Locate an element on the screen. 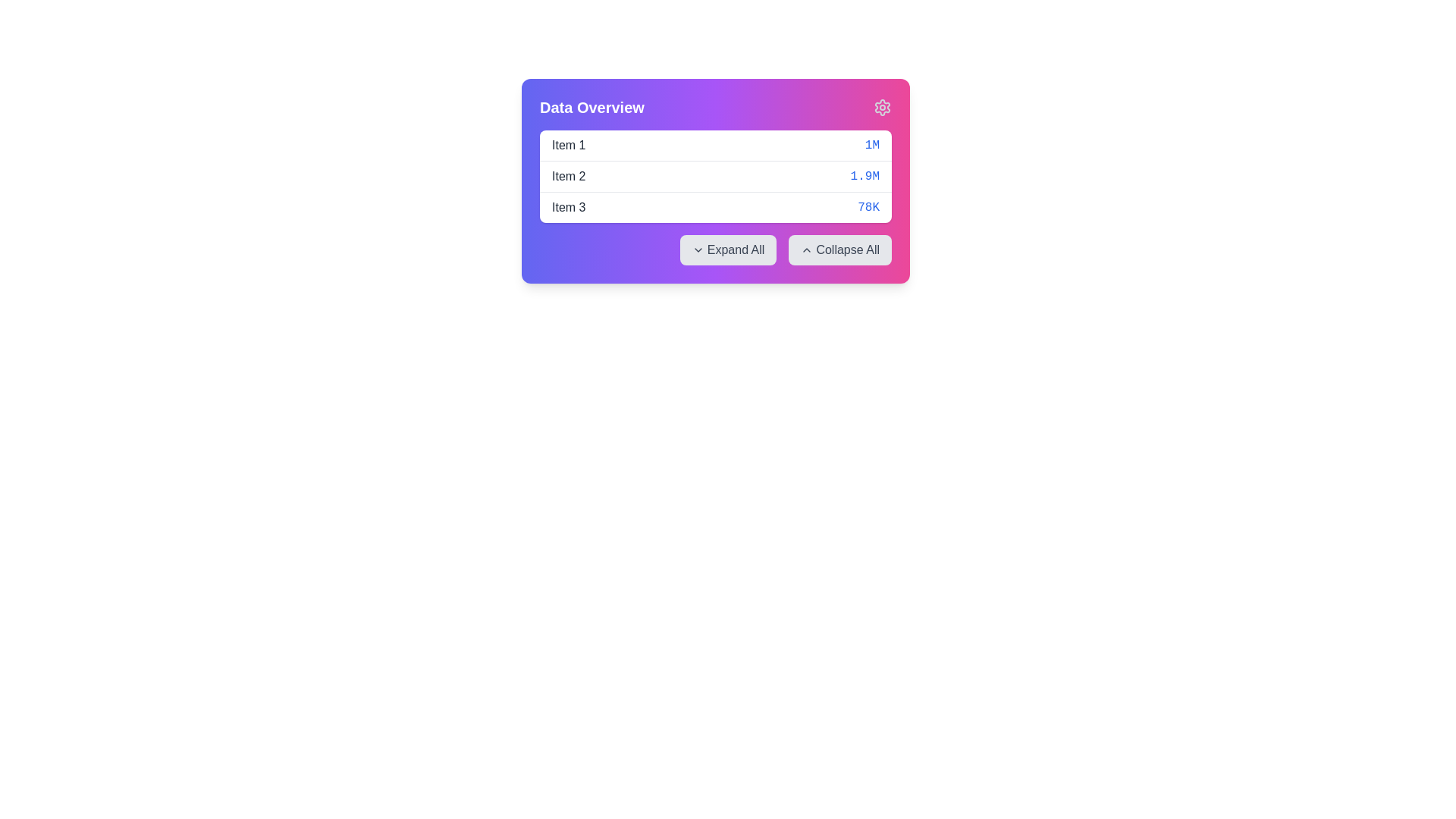  the text label displaying 'Item 3', which is part of a list in the 'Data Overview' section and positioned to the left of the '78K' element is located at coordinates (568, 207).